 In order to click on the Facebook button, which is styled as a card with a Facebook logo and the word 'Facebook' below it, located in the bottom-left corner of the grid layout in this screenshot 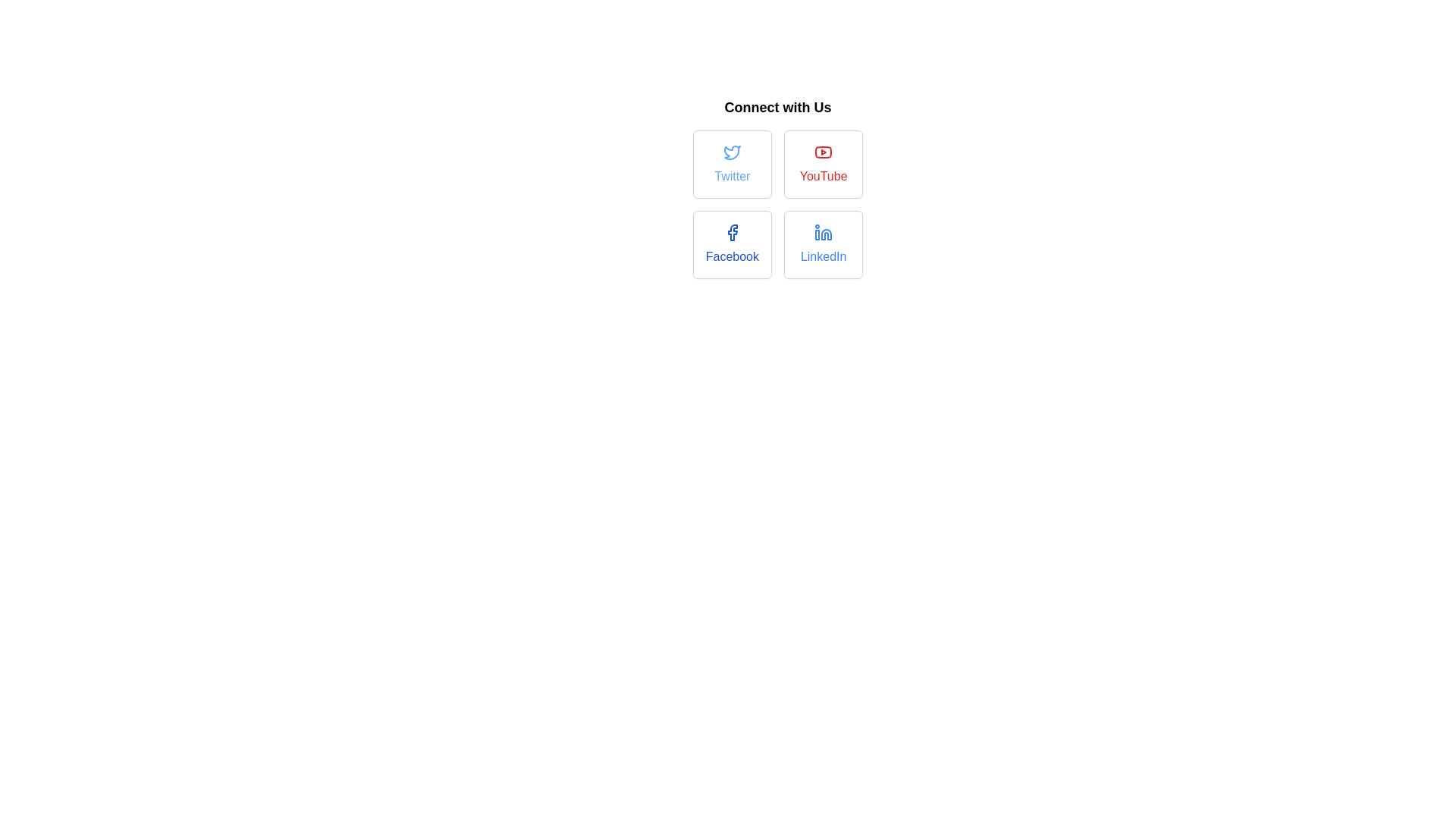, I will do `click(732, 244)`.